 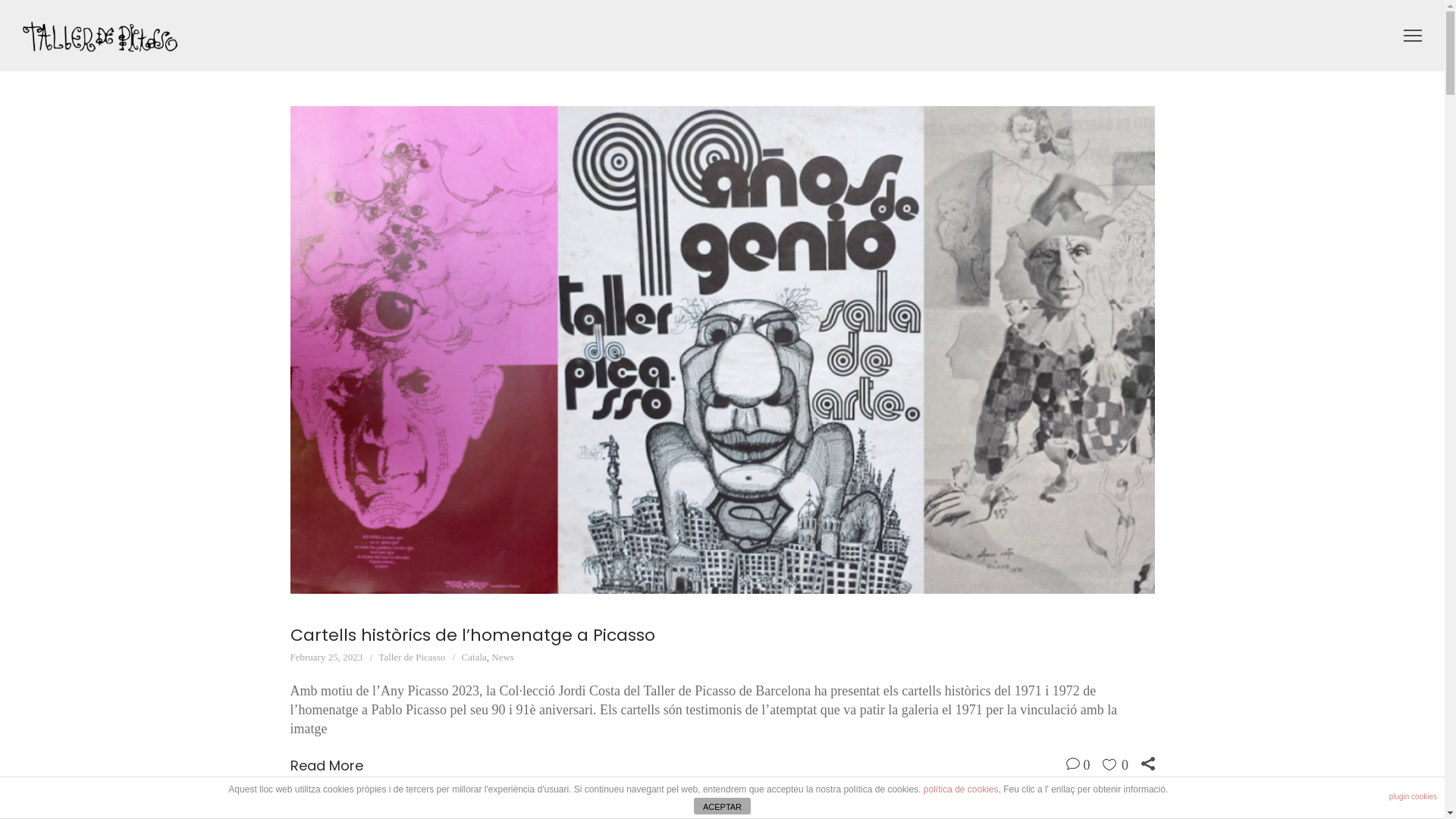 I want to click on '0', so click(x=1085, y=765).